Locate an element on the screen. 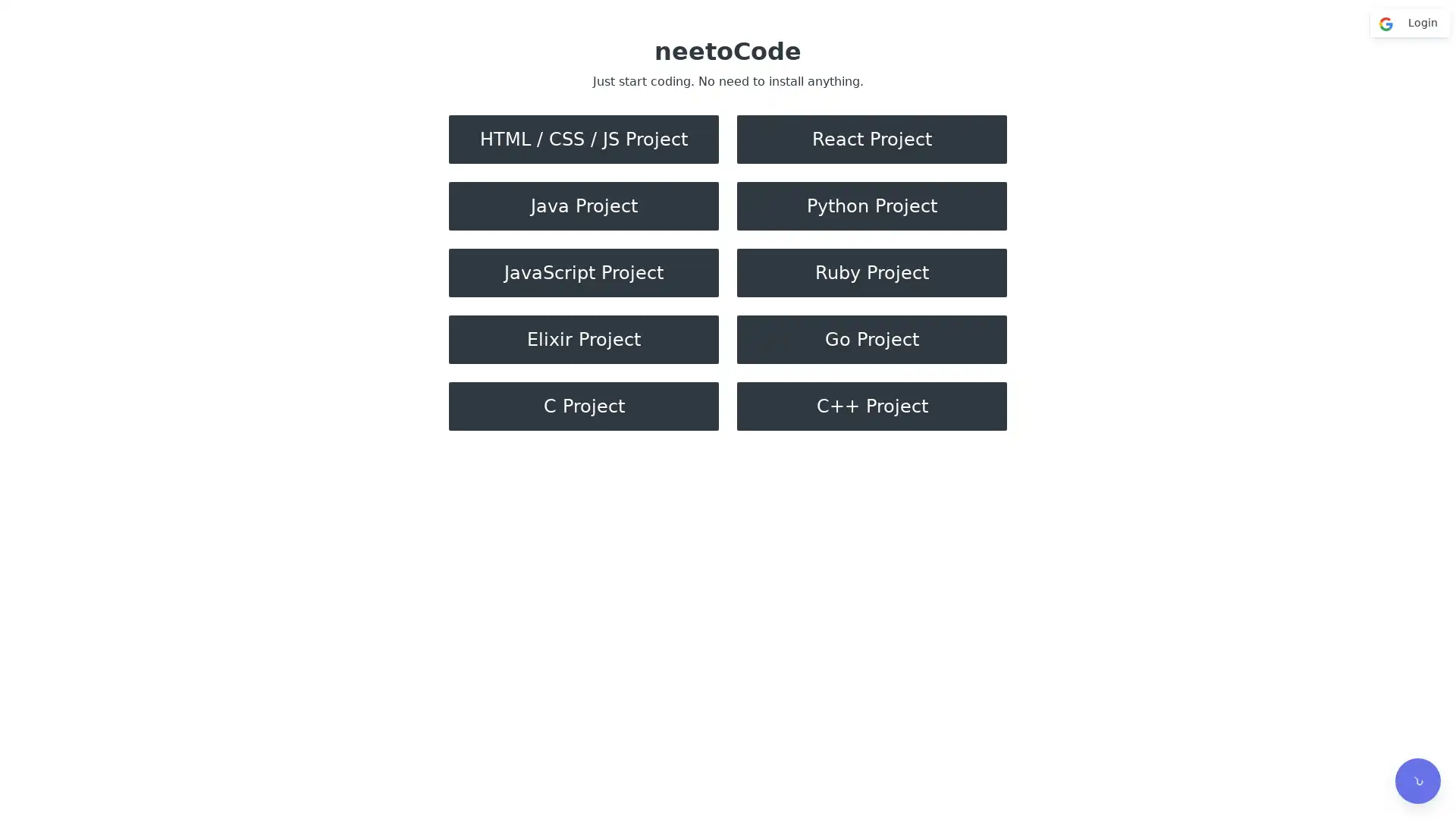 The image size is (1456, 819). Java Project is located at coordinates (582, 206).